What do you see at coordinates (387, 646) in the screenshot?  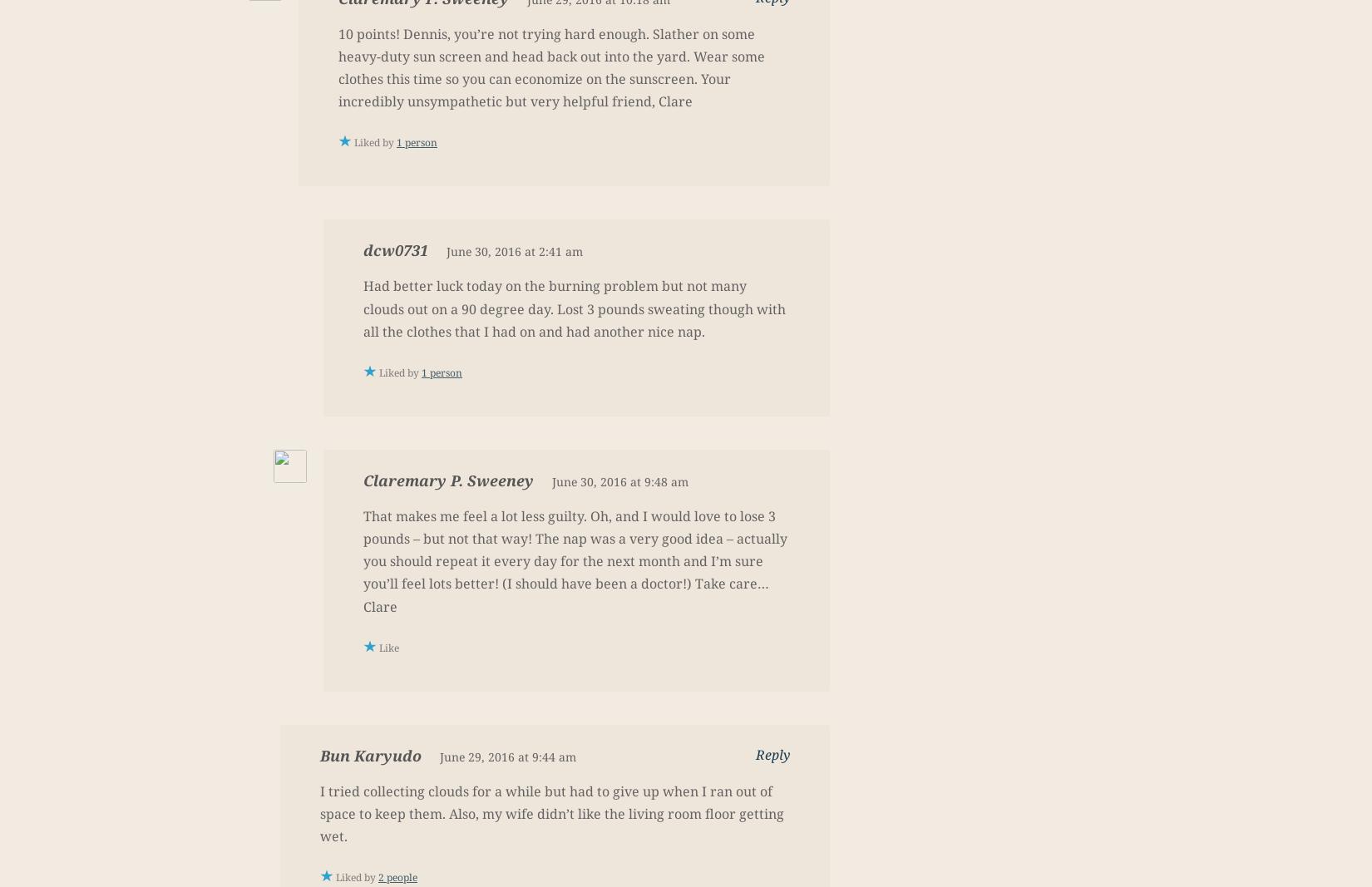 I see `'Like'` at bounding box center [387, 646].